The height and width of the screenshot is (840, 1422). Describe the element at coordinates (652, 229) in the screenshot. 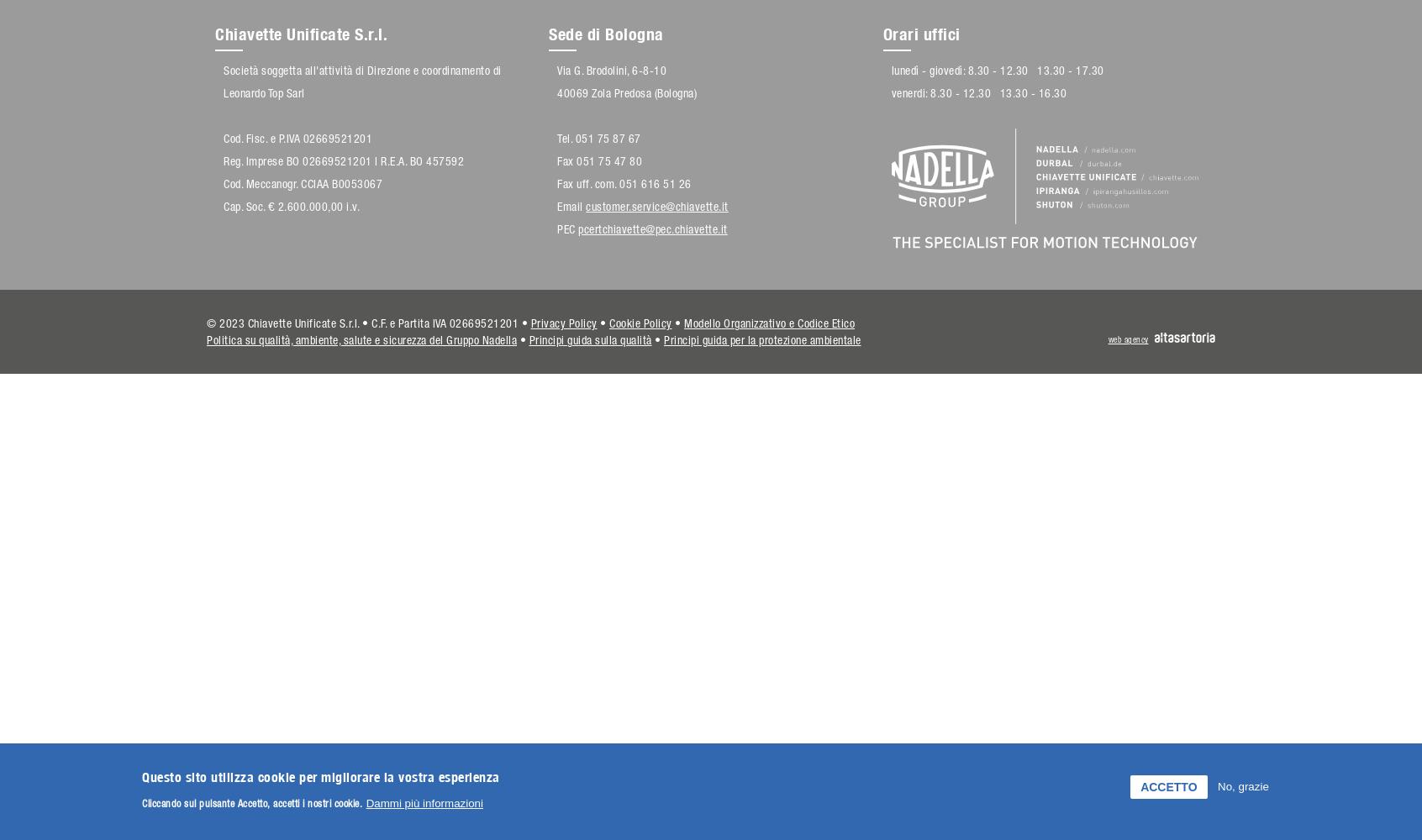

I see `'pcertchiavette@pec.chiavette.it'` at that location.